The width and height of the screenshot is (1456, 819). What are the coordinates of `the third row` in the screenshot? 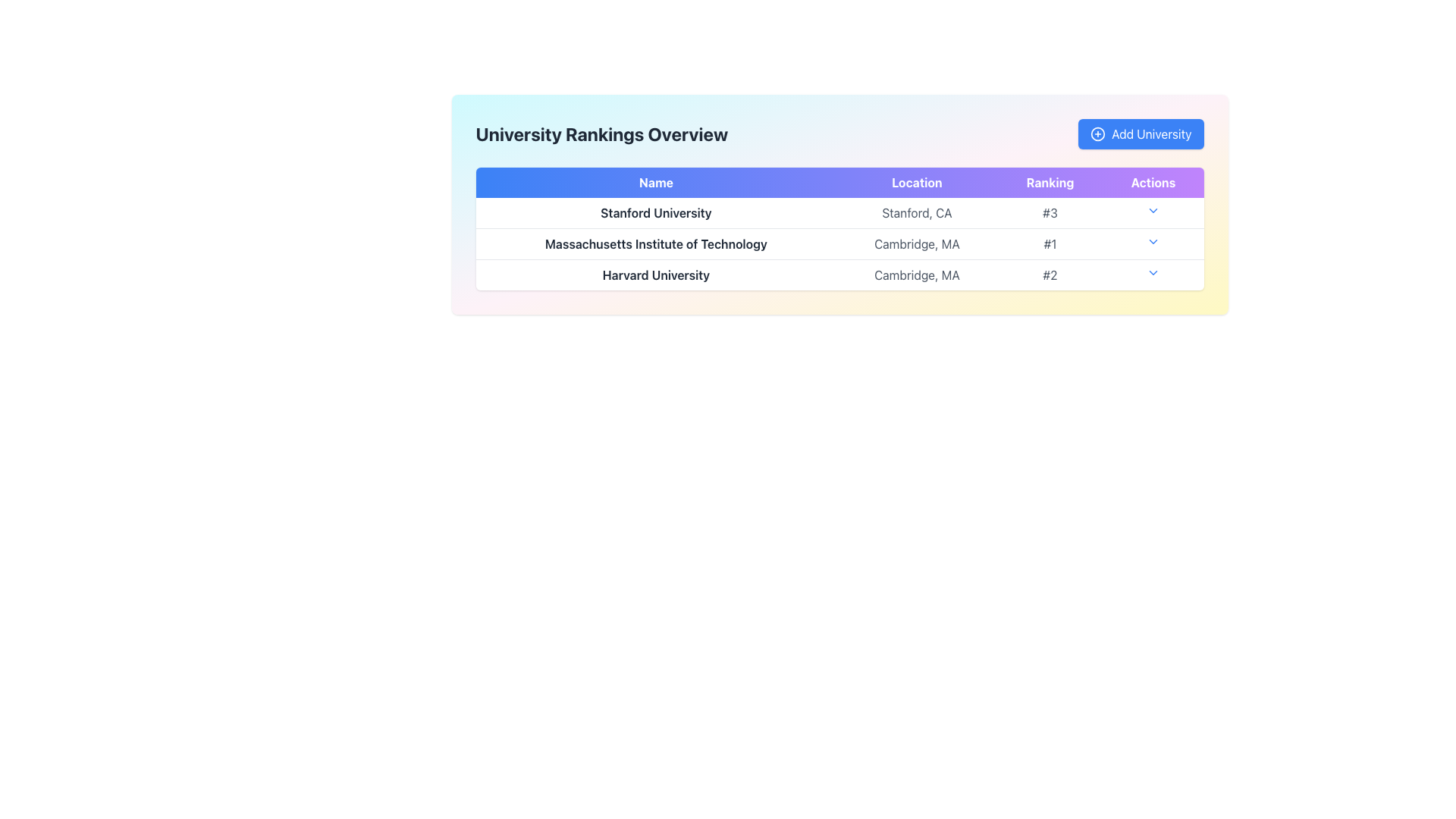 It's located at (839, 275).